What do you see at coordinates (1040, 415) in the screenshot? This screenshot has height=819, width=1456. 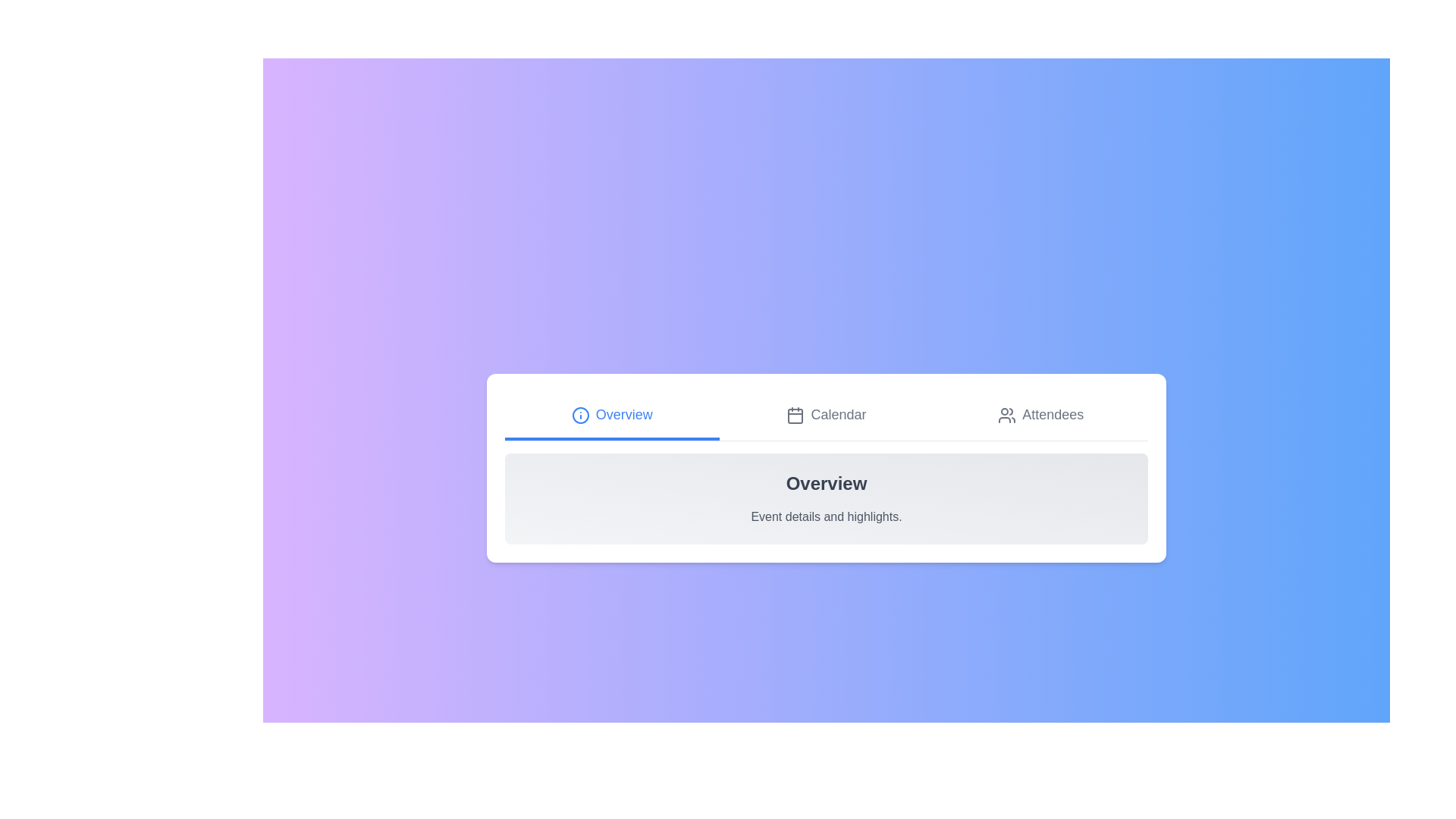 I see `the tab labeled Attendees to switch to the corresponding view` at bounding box center [1040, 415].